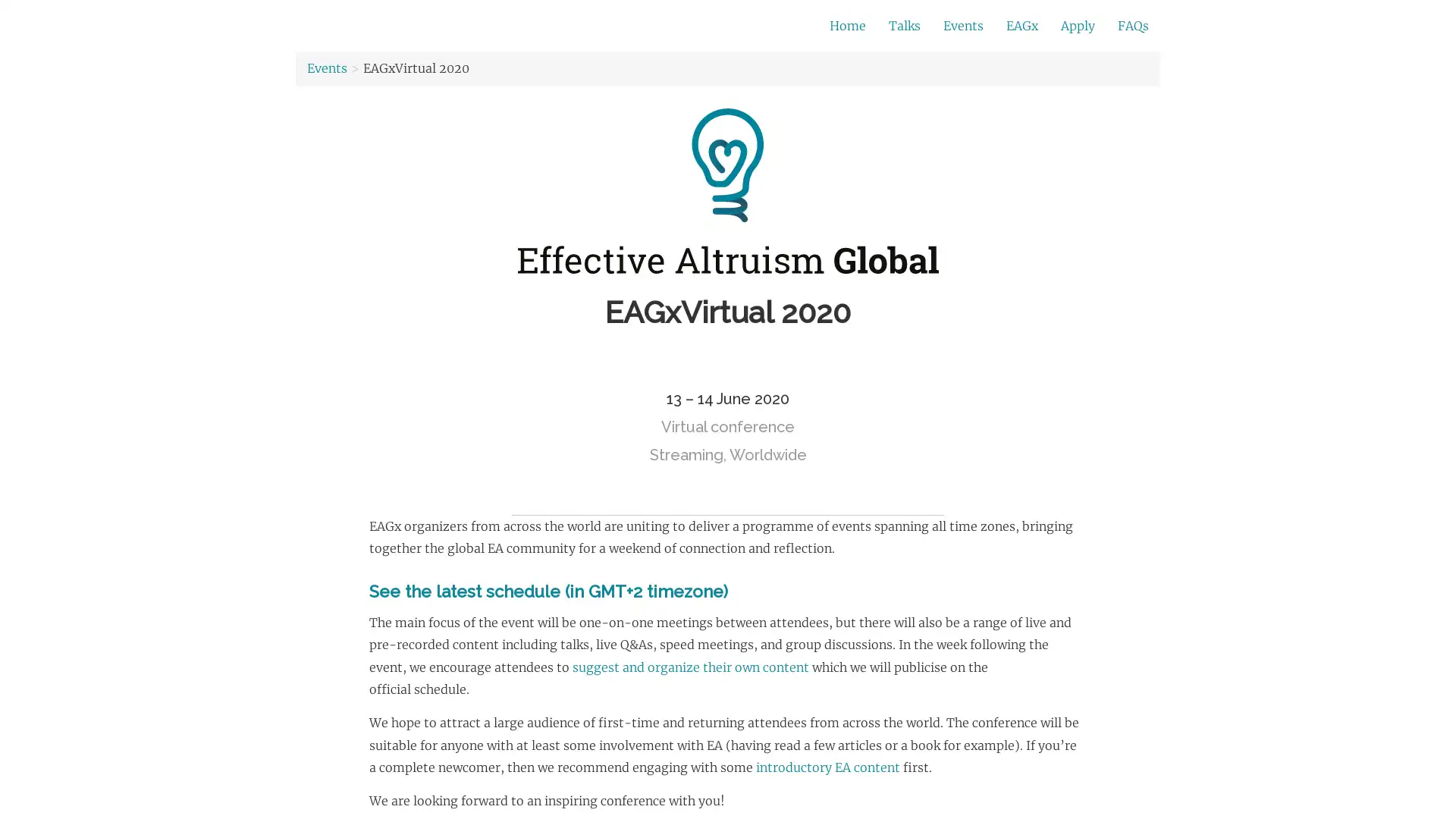 The image size is (1456, 819). I want to click on Subscribe, so click(938, 27).